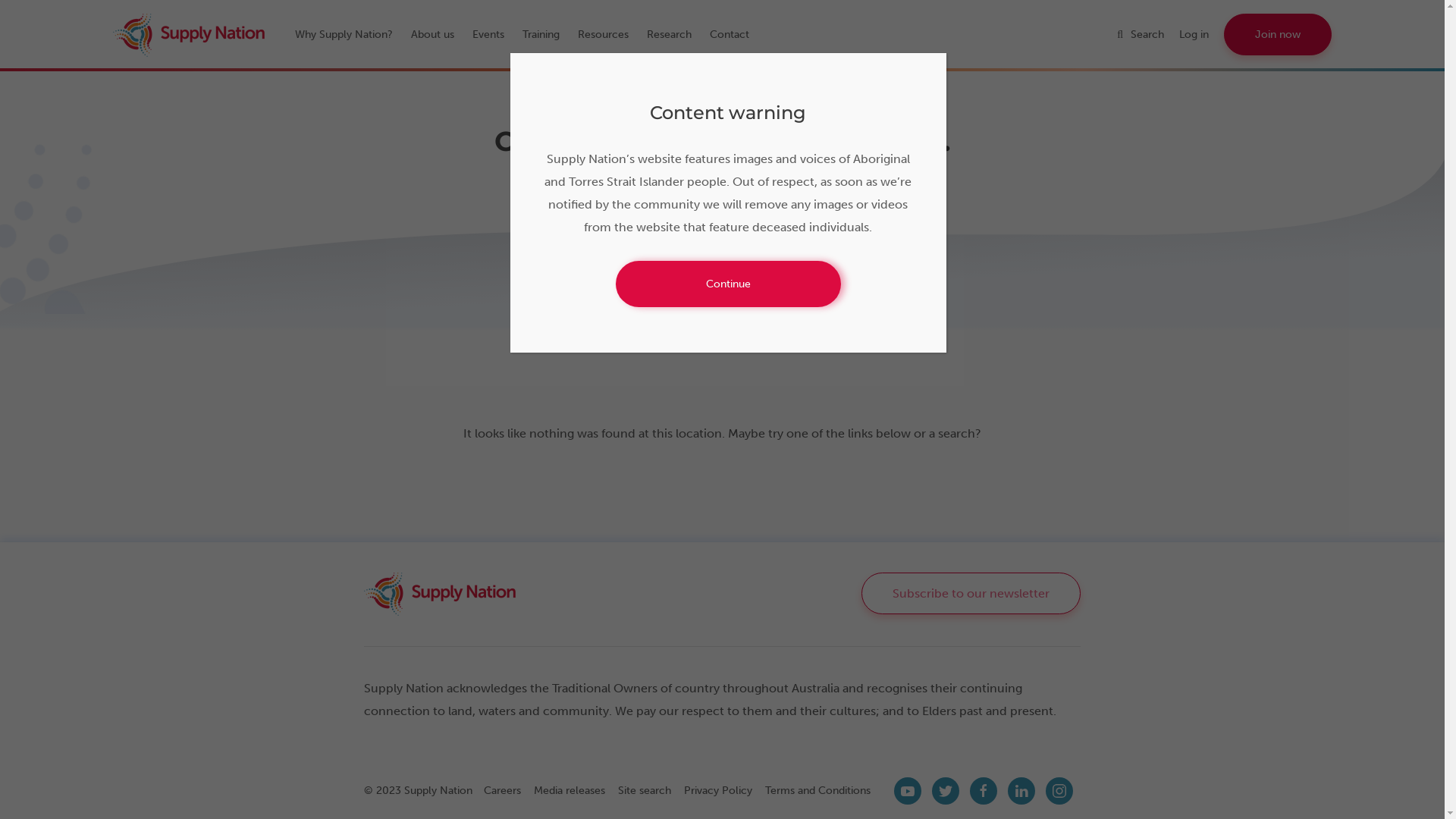 The image size is (1456, 819). What do you see at coordinates (577, 34) in the screenshot?
I see `'Resources'` at bounding box center [577, 34].